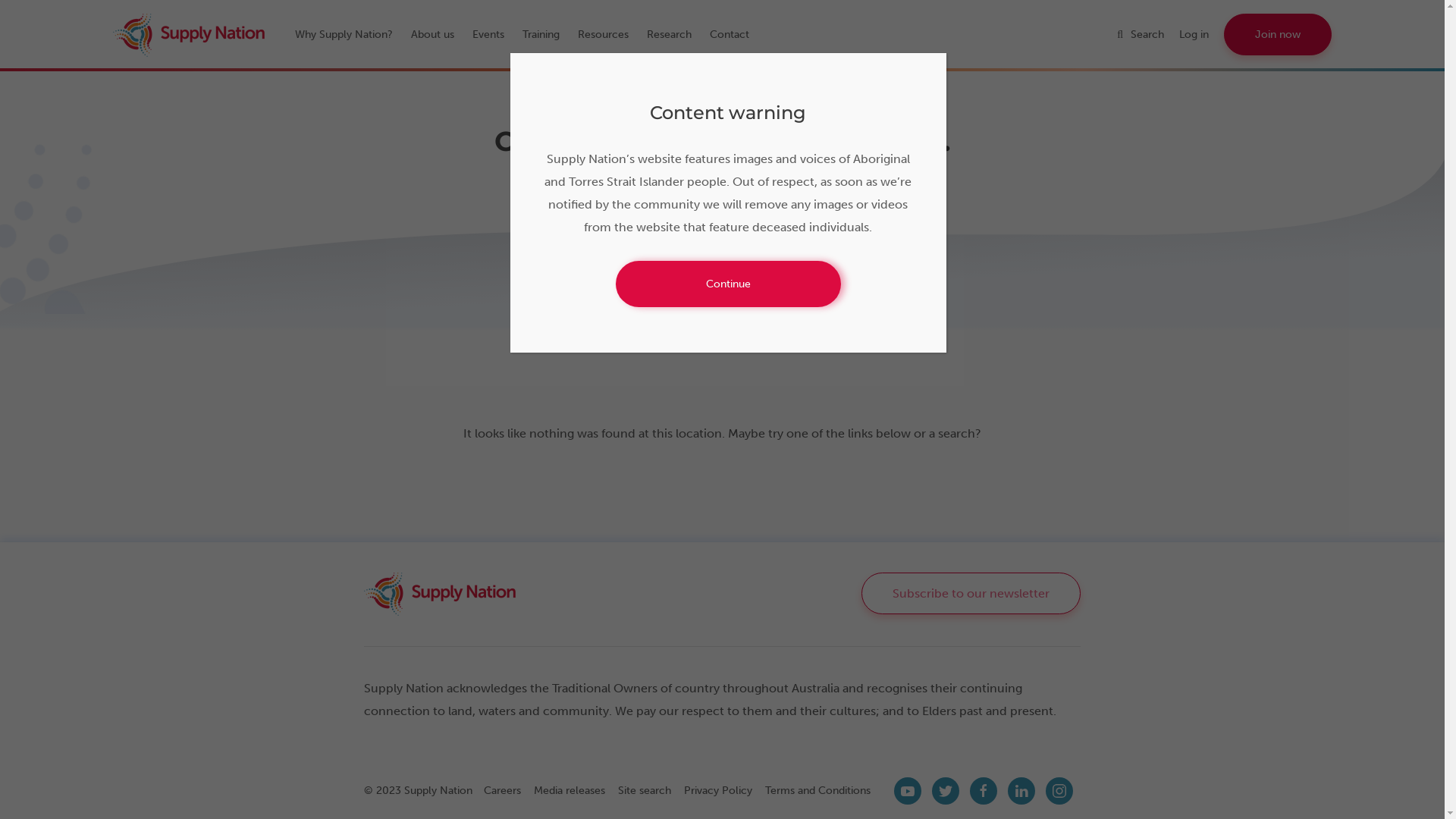 The image size is (1456, 819). What do you see at coordinates (577, 34) in the screenshot?
I see `'Resources'` at bounding box center [577, 34].